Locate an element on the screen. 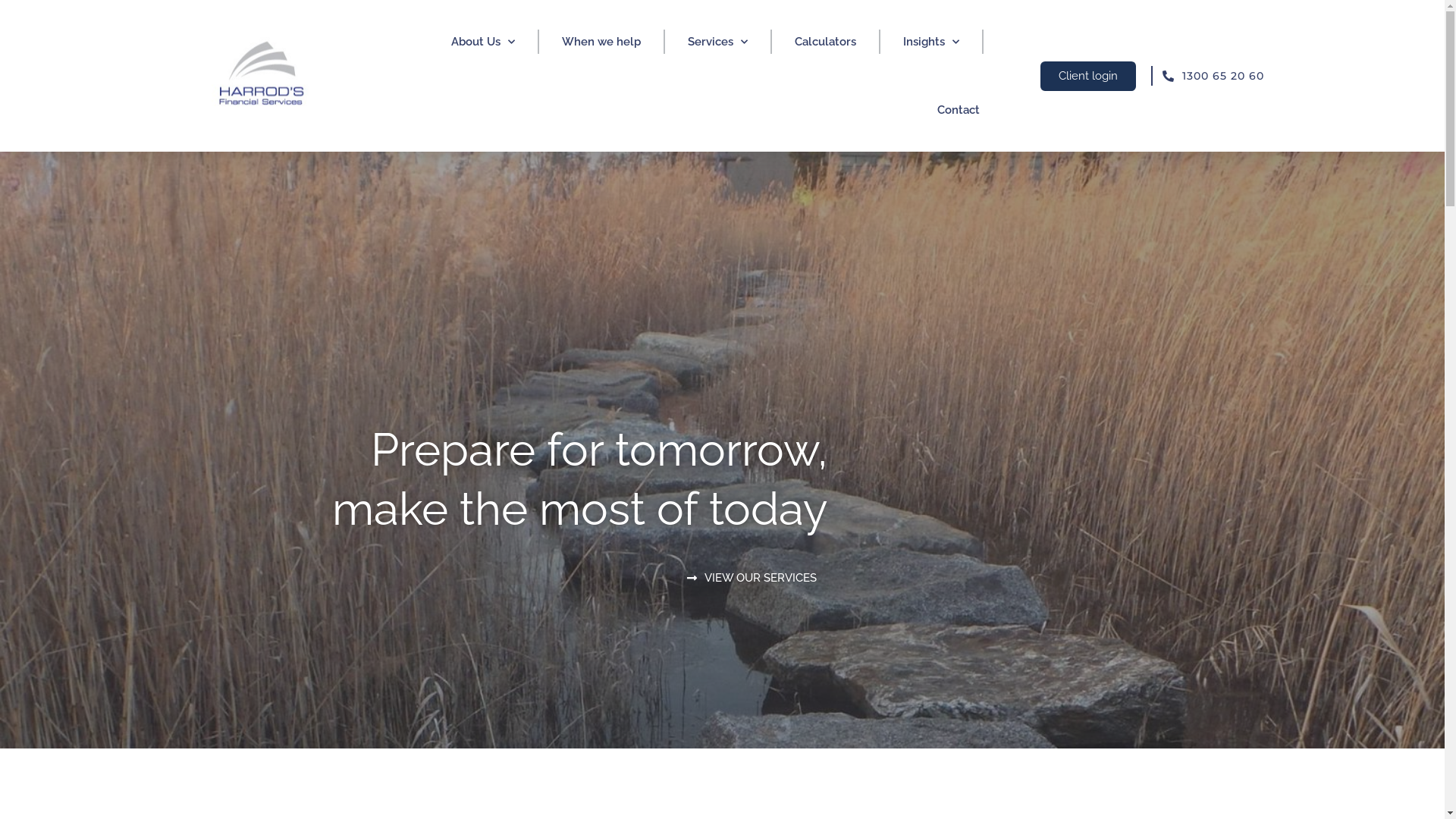  'About Us' is located at coordinates (482, 40).